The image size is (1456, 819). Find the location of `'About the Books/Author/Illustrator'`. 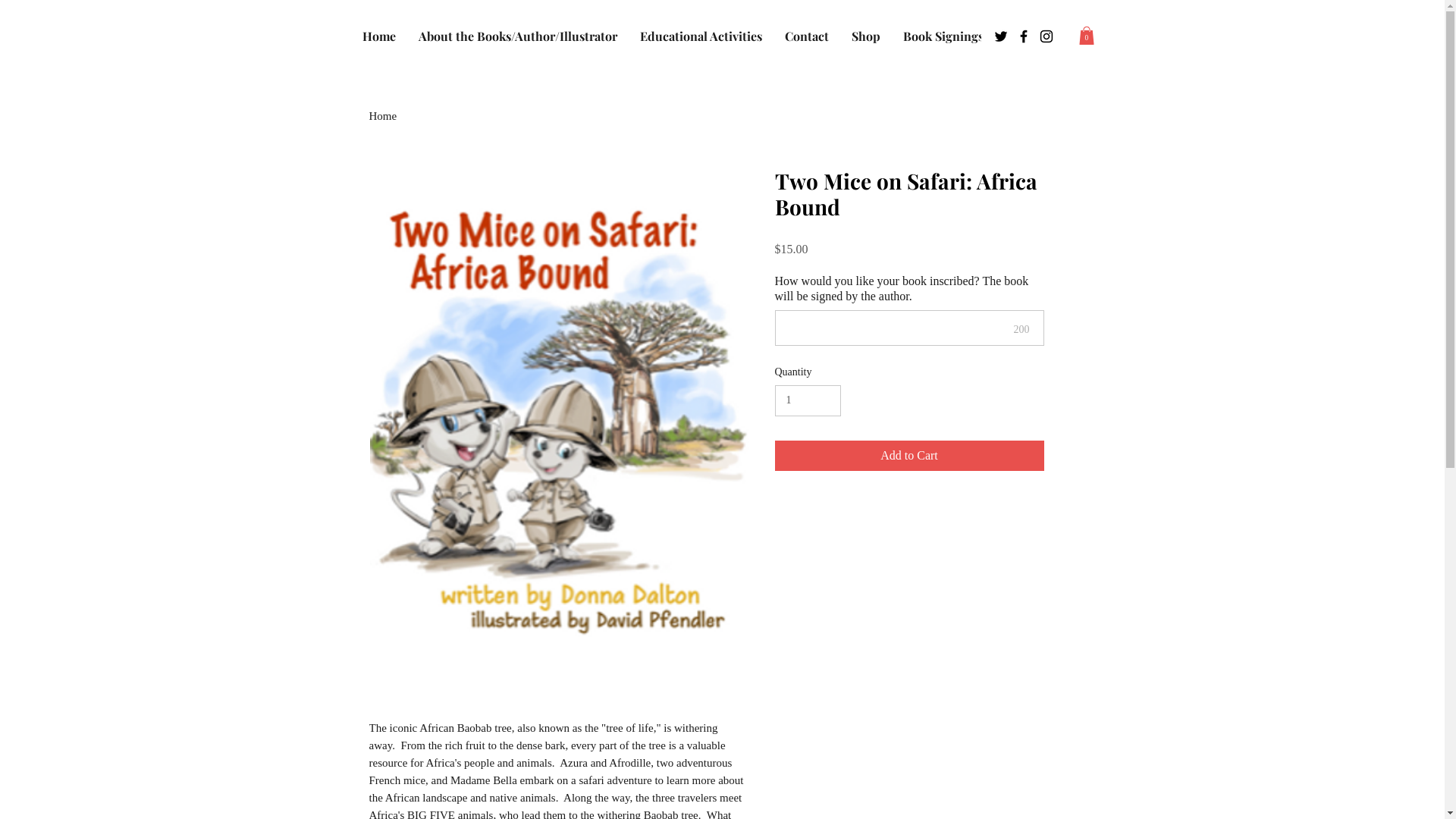

'About the Books/Author/Illustrator' is located at coordinates (516, 36).